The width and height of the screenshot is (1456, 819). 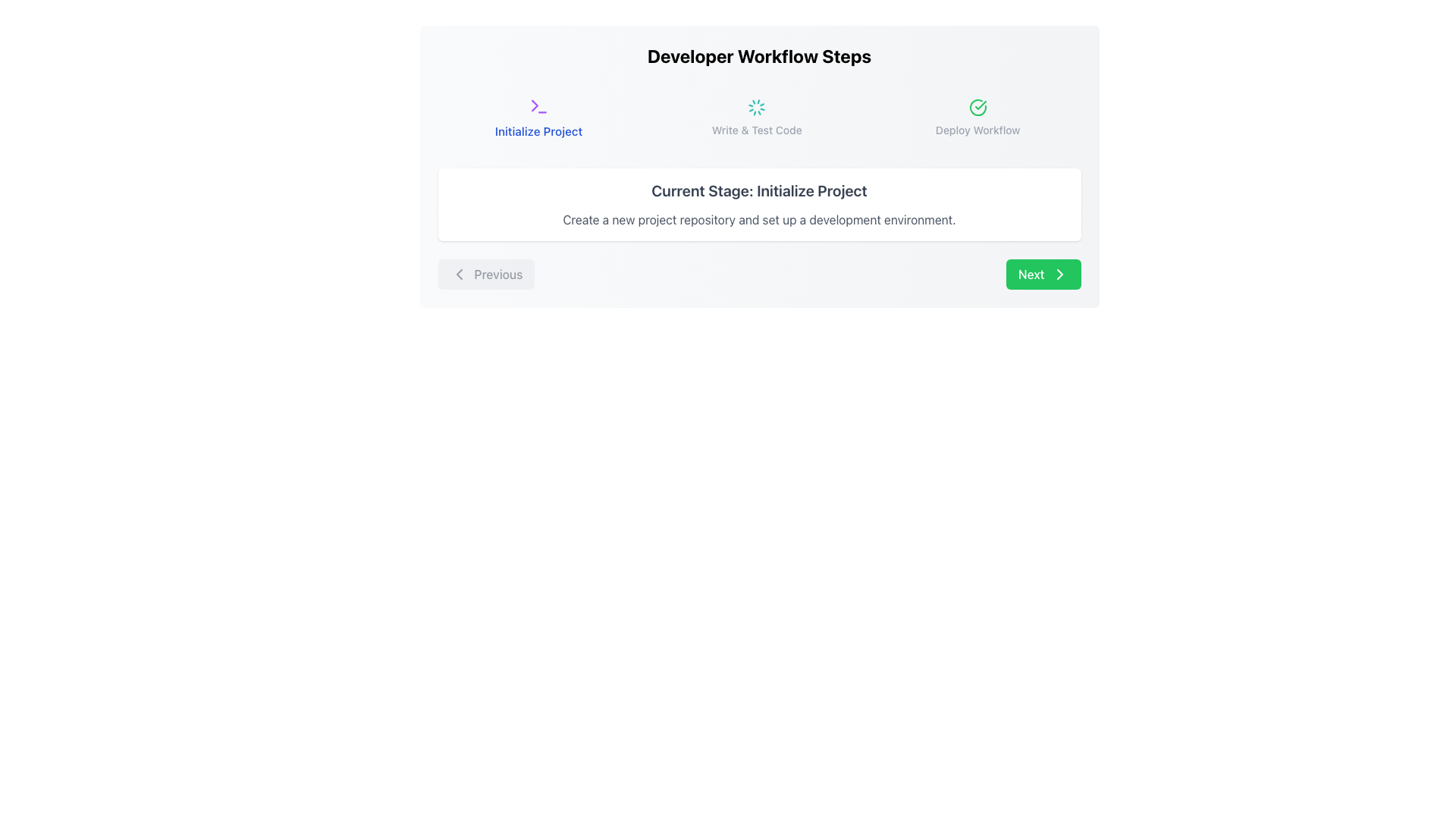 What do you see at coordinates (1059, 275) in the screenshot?
I see `the right-pointing chevron arrow icon, which is thin with a uniform black stroke and located immediately to the right of the 'Next' button` at bounding box center [1059, 275].